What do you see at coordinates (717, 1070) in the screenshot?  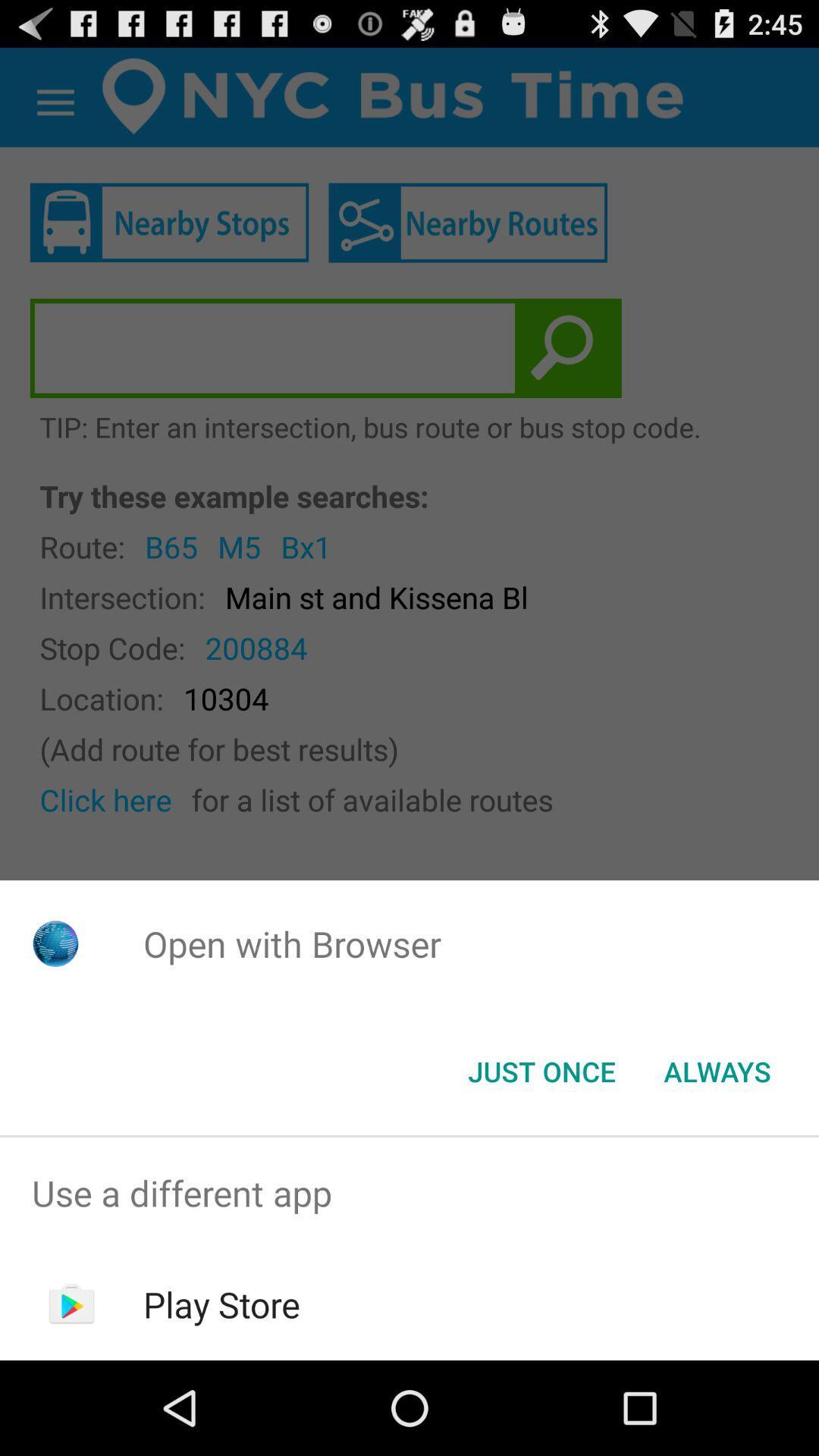 I see `icon next to the just once button` at bounding box center [717, 1070].